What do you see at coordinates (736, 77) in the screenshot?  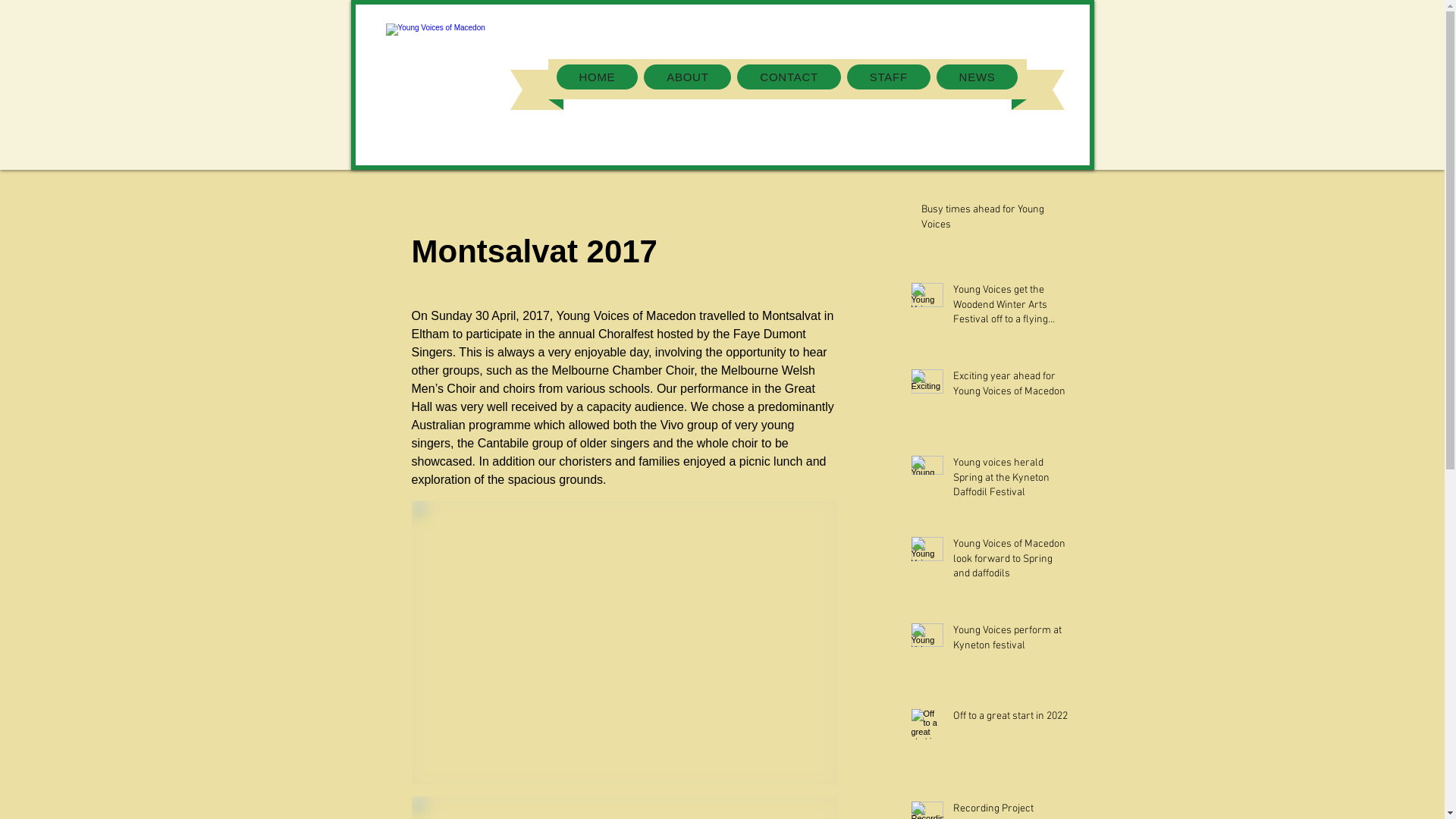 I see `'CONTACT'` at bounding box center [736, 77].